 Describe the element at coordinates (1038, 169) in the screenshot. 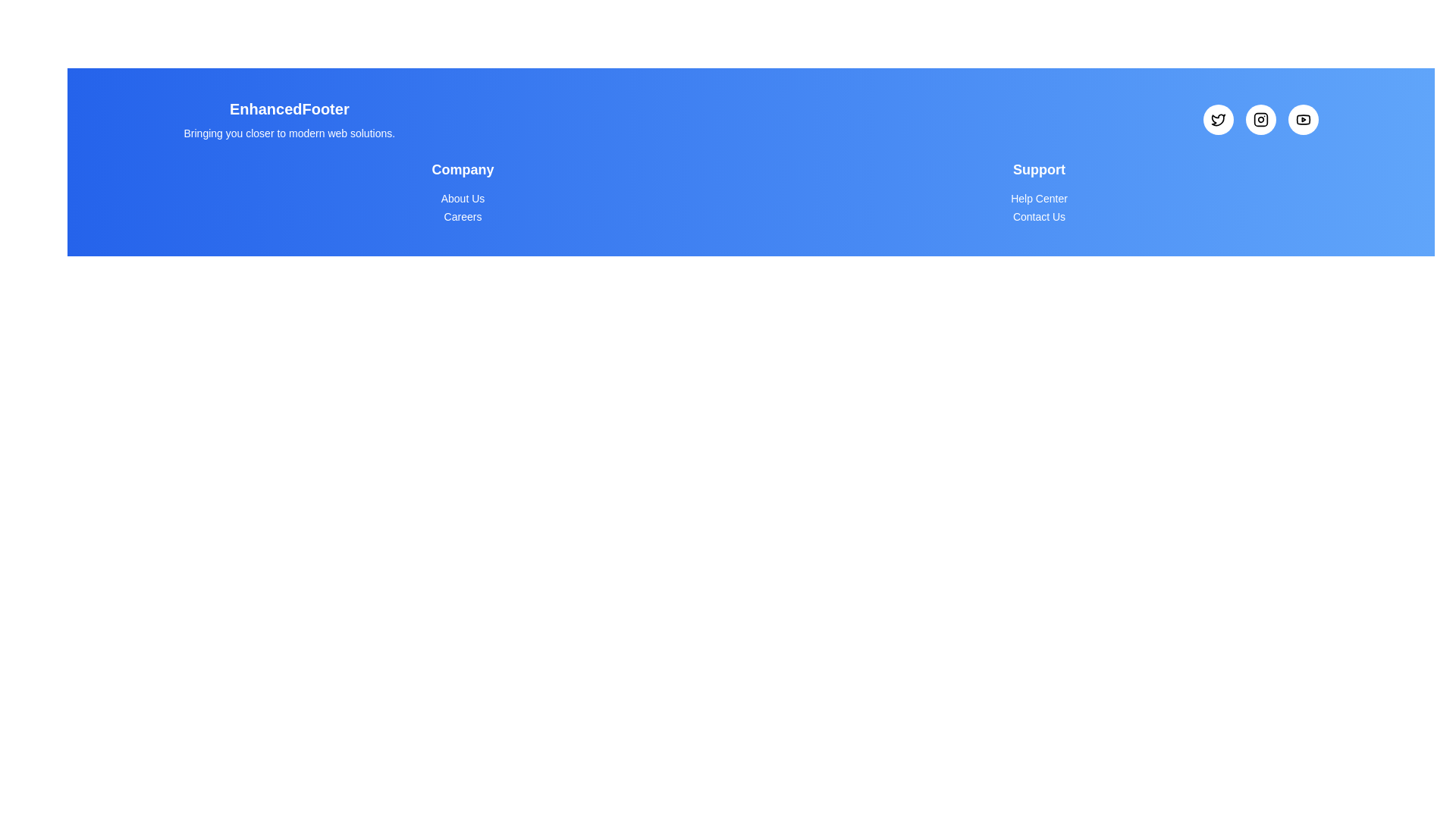

I see `the 'Support' section header text label located at the top of the vertical stack in the footer, which groups the related links beneath it` at that location.